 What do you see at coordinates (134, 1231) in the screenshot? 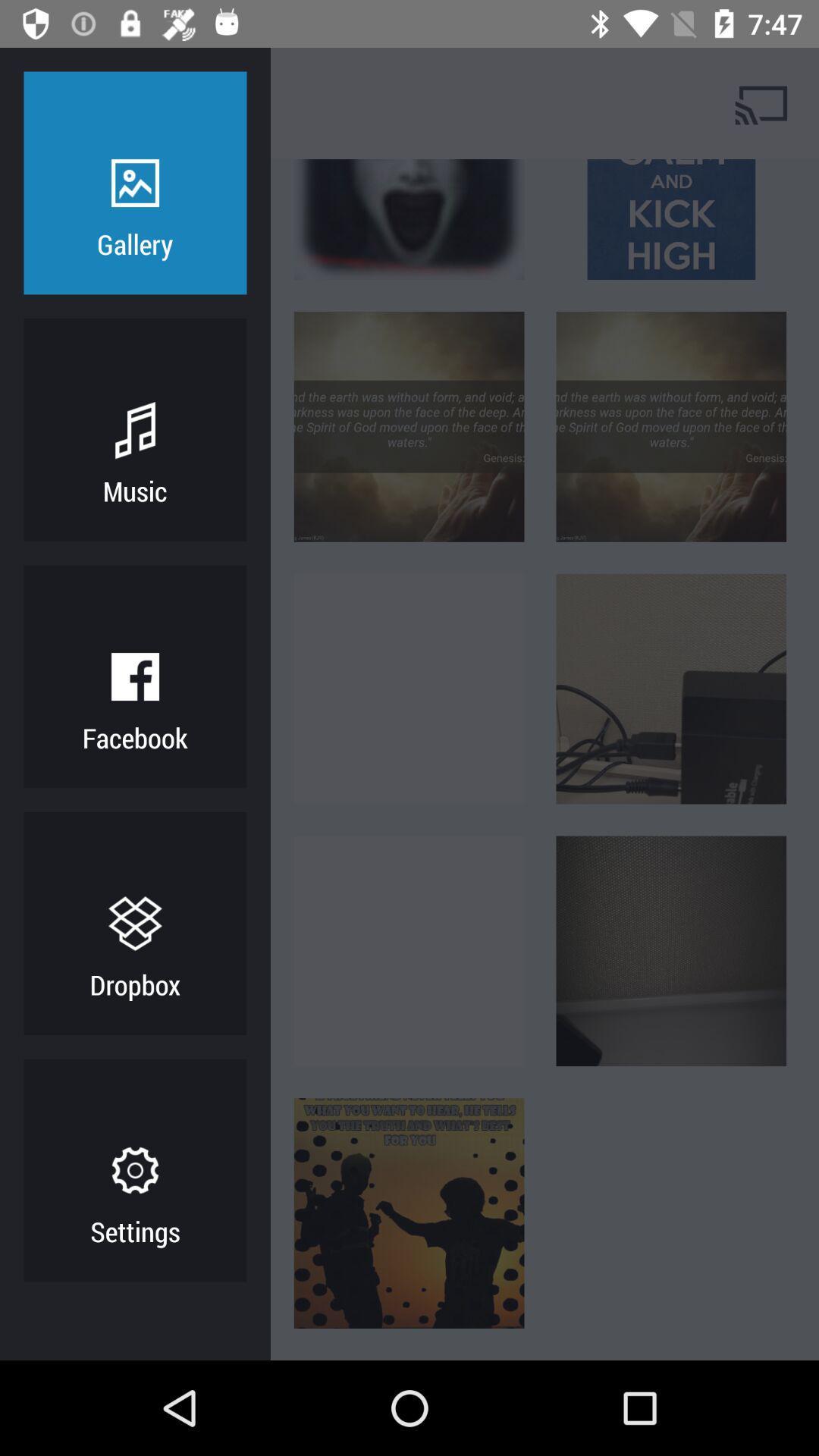
I see `the settings app` at bounding box center [134, 1231].